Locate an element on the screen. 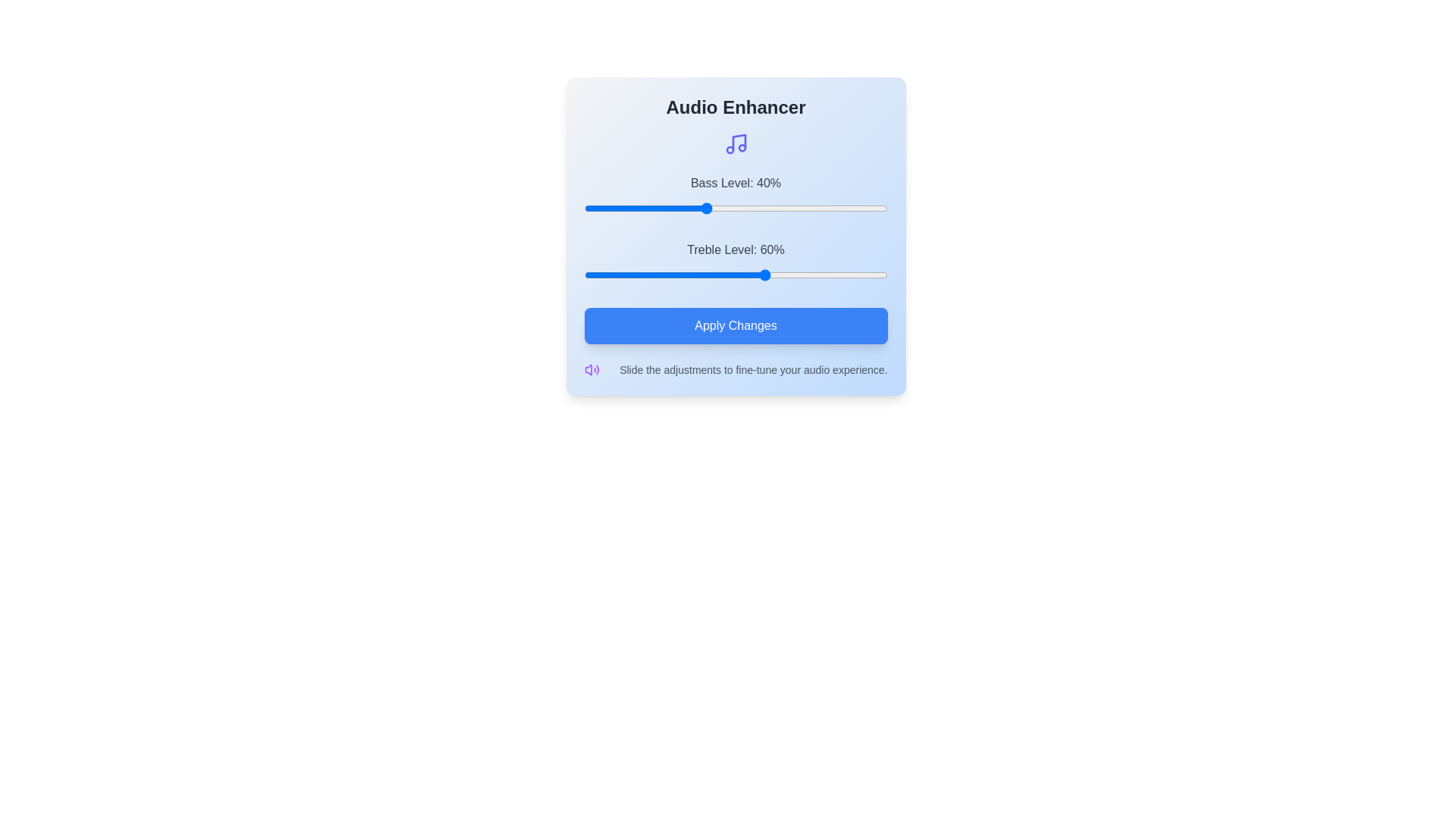  'Apply Changes' button is located at coordinates (736, 325).